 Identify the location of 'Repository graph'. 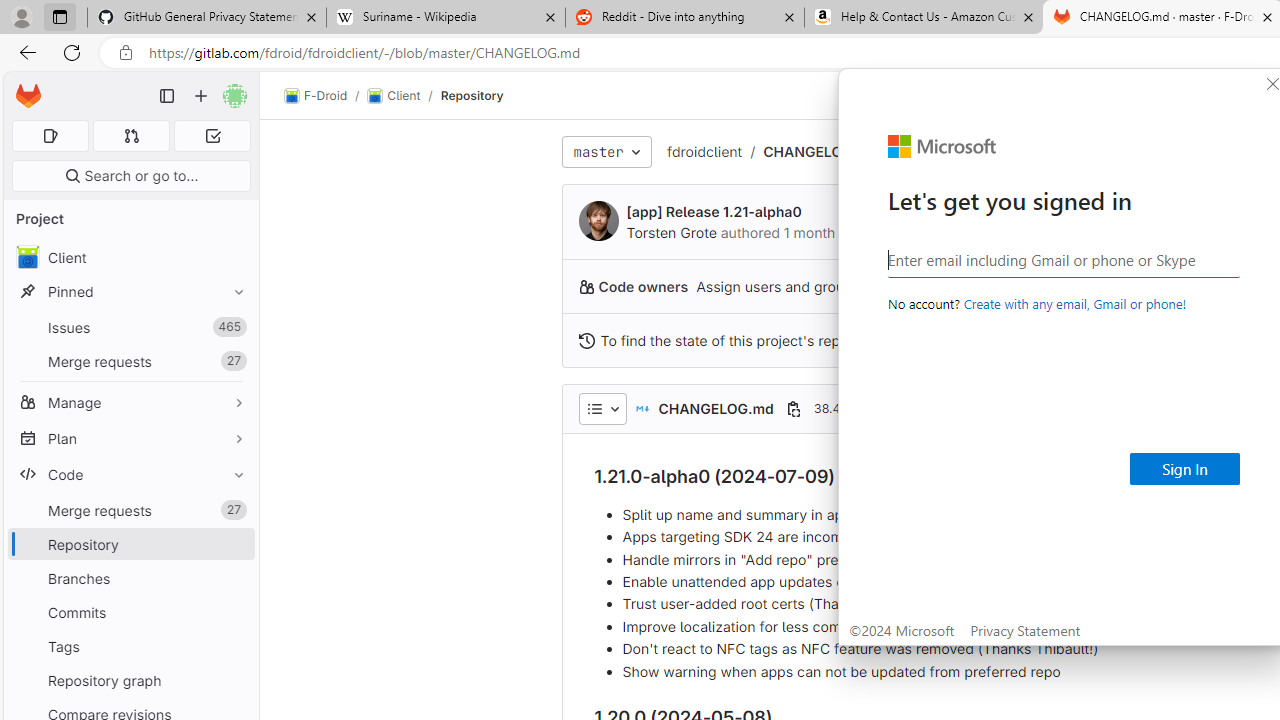
(130, 679).